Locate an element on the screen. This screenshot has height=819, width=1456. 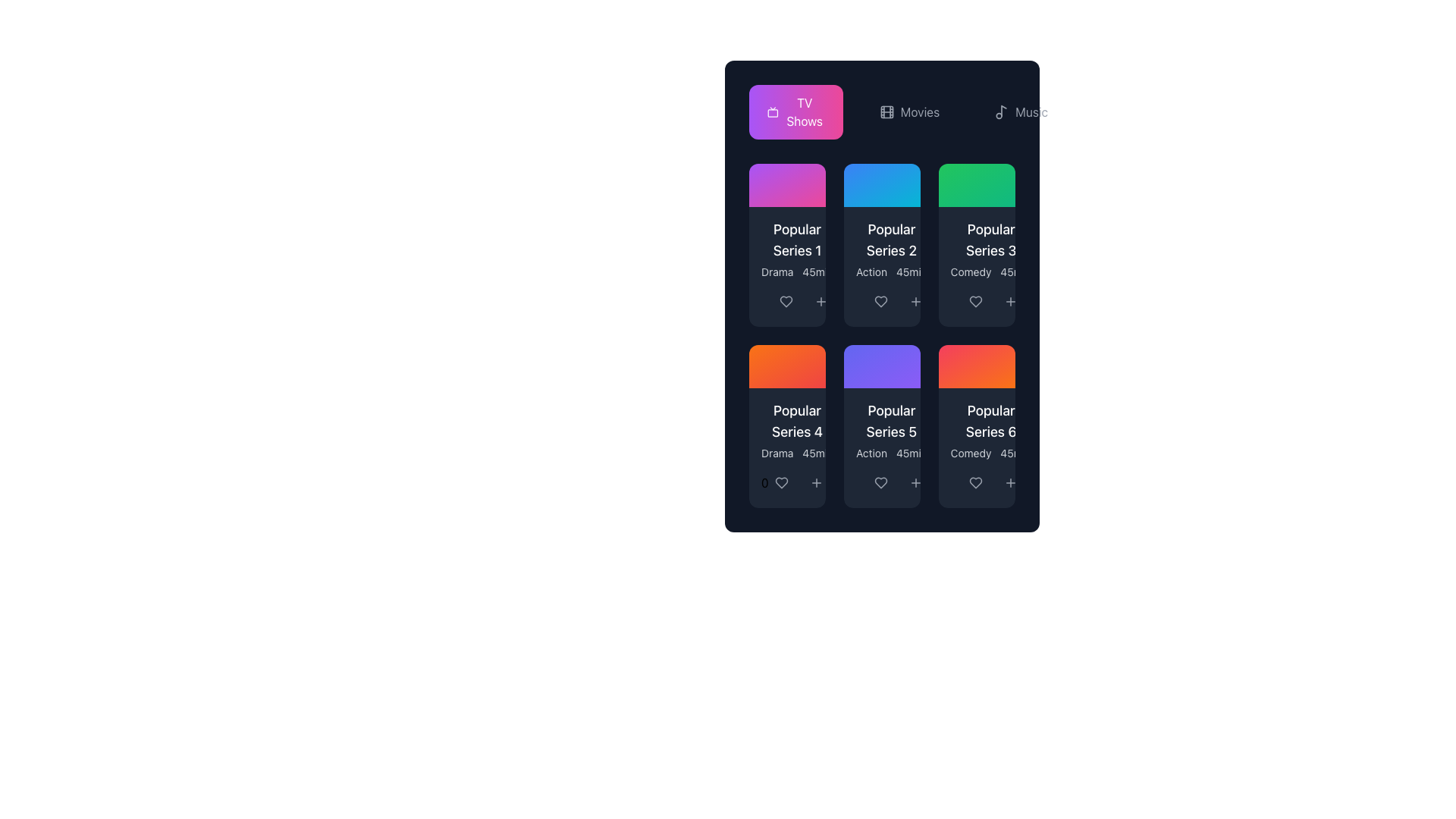
the third card in the first row of the grid layout is located at coordinates (977, 244).